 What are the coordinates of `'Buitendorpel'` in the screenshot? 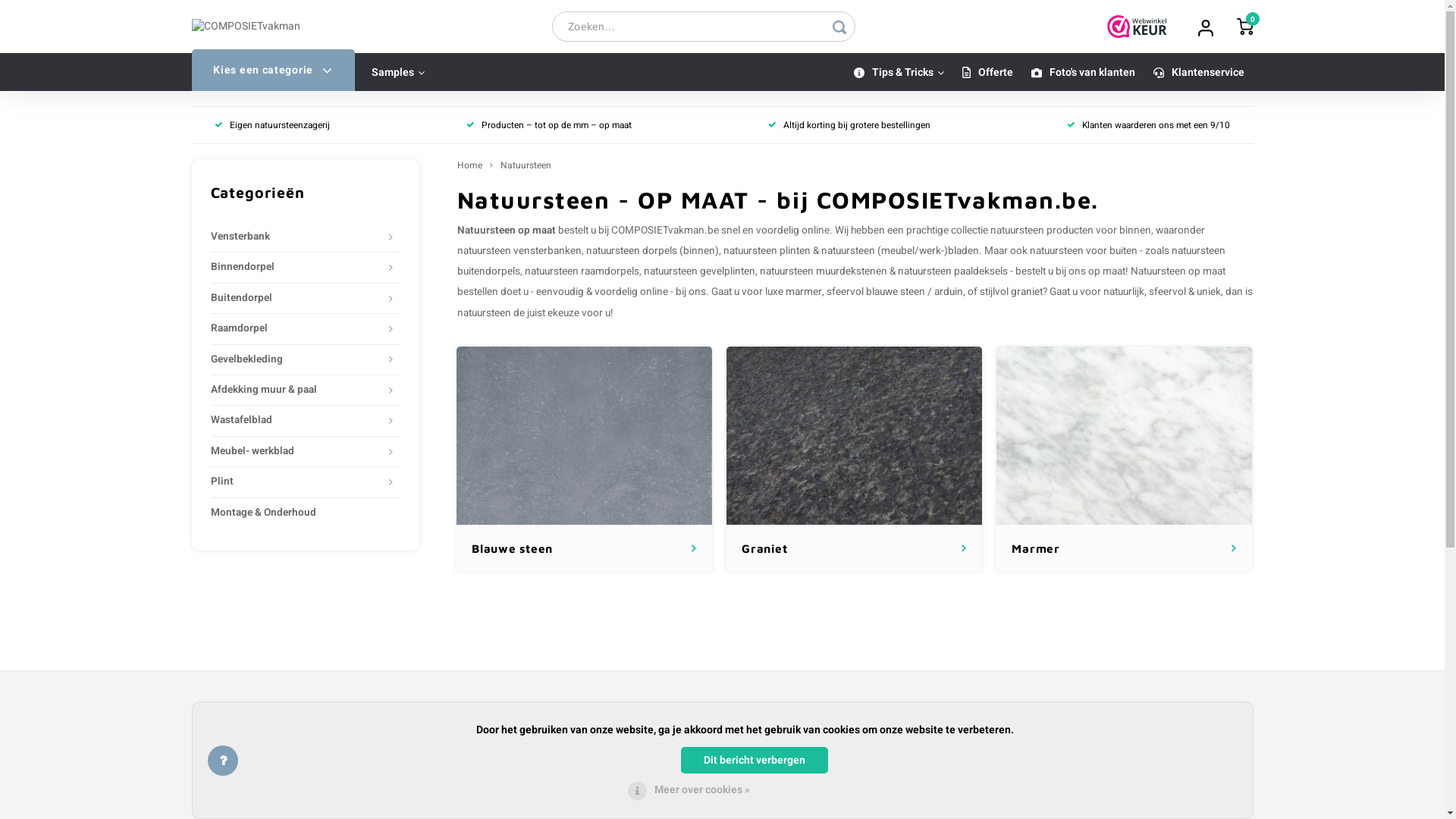 It's located at (210, 298).